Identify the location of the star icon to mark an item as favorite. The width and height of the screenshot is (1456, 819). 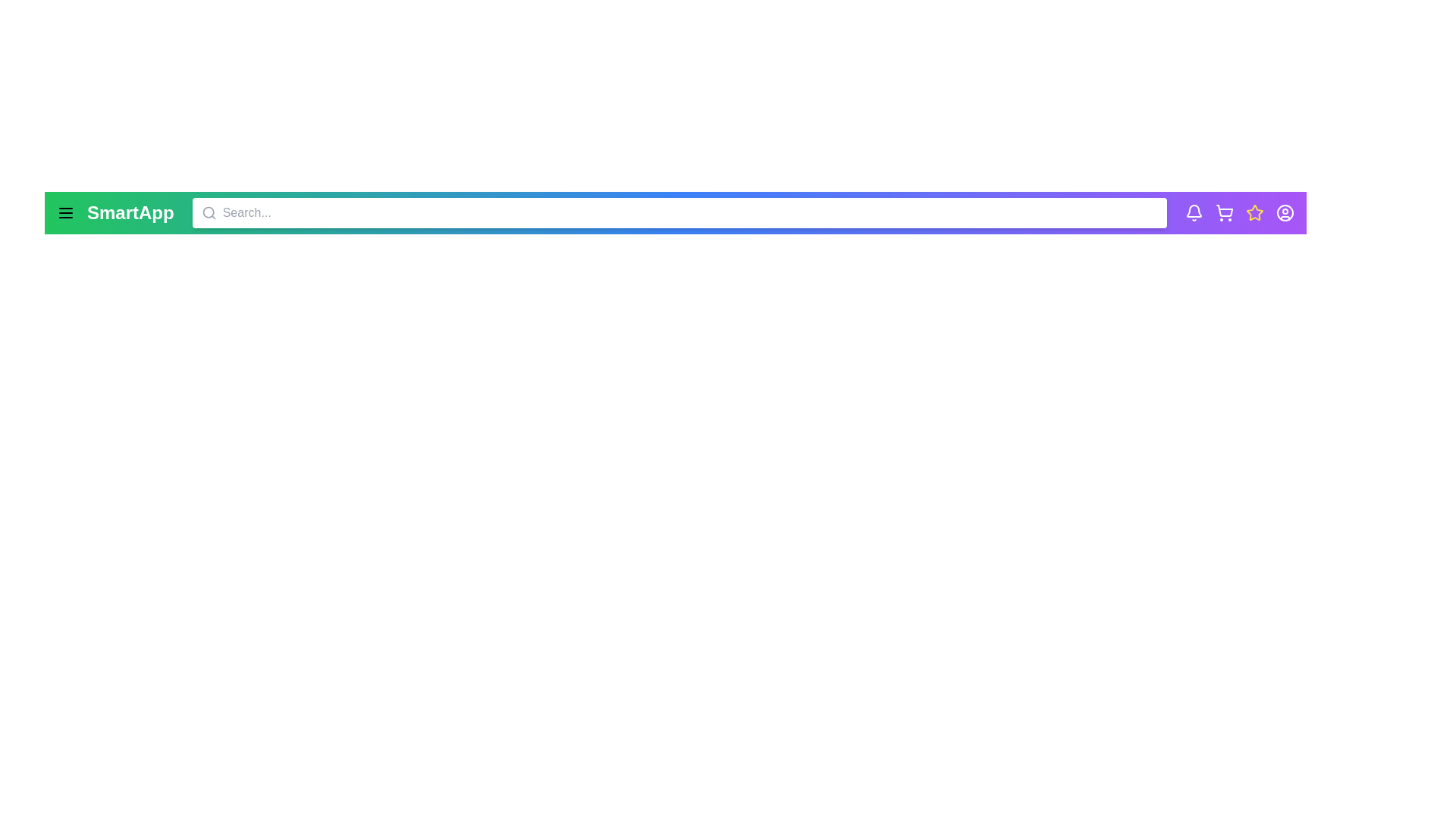
(1255, 213).